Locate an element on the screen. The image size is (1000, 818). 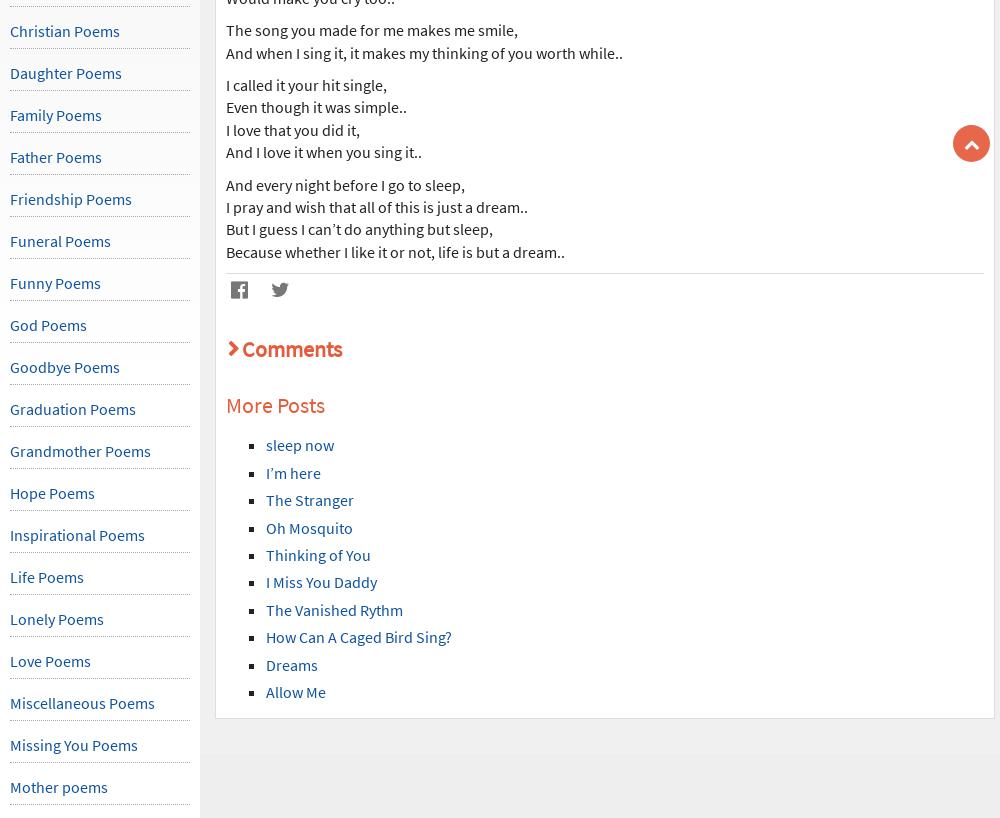
'Dreams' is located at coordinates (266, 663).